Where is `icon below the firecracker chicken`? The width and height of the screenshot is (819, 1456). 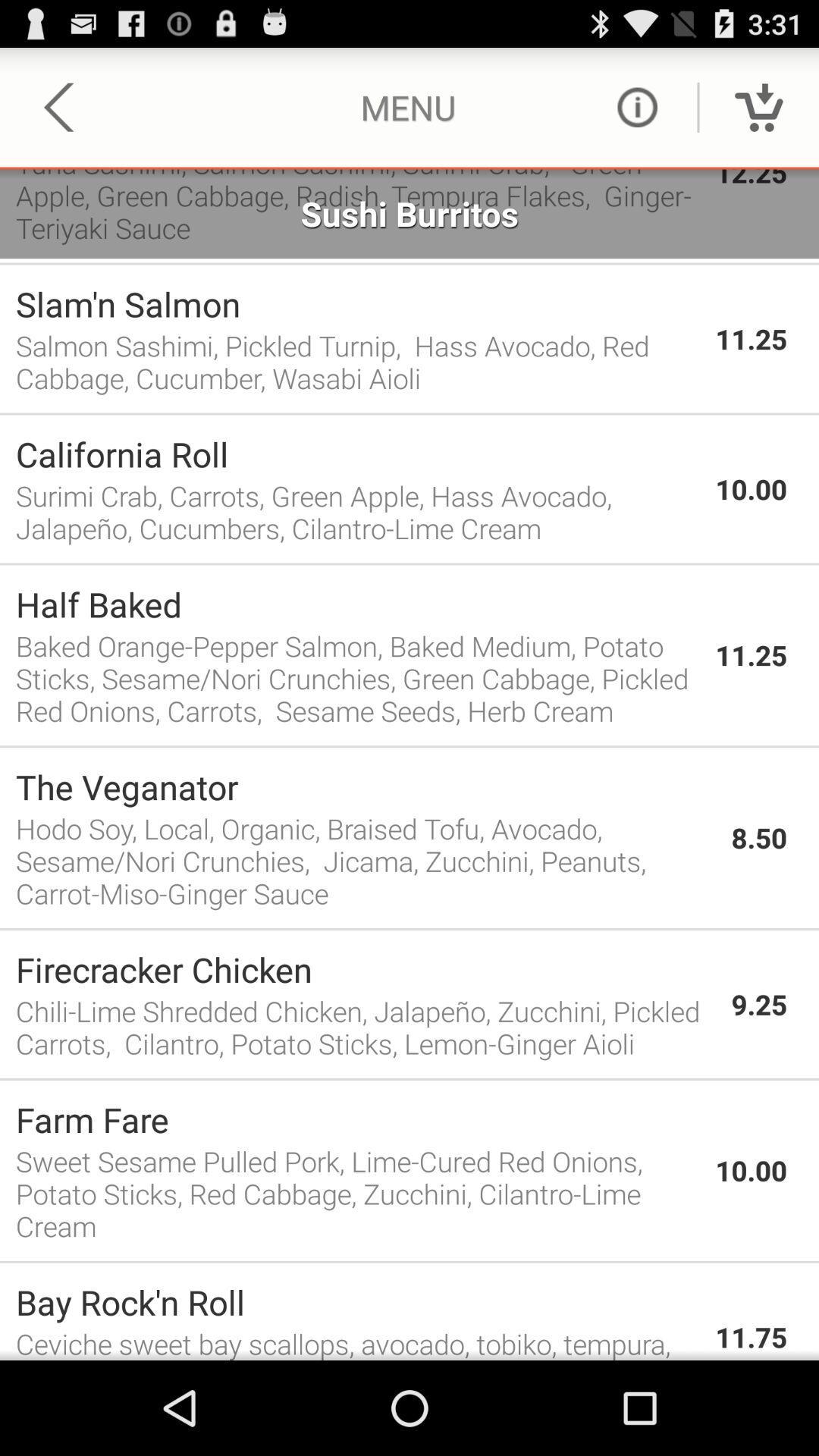
icon below the firecracker chicken is located at coordinates (366, 1027).